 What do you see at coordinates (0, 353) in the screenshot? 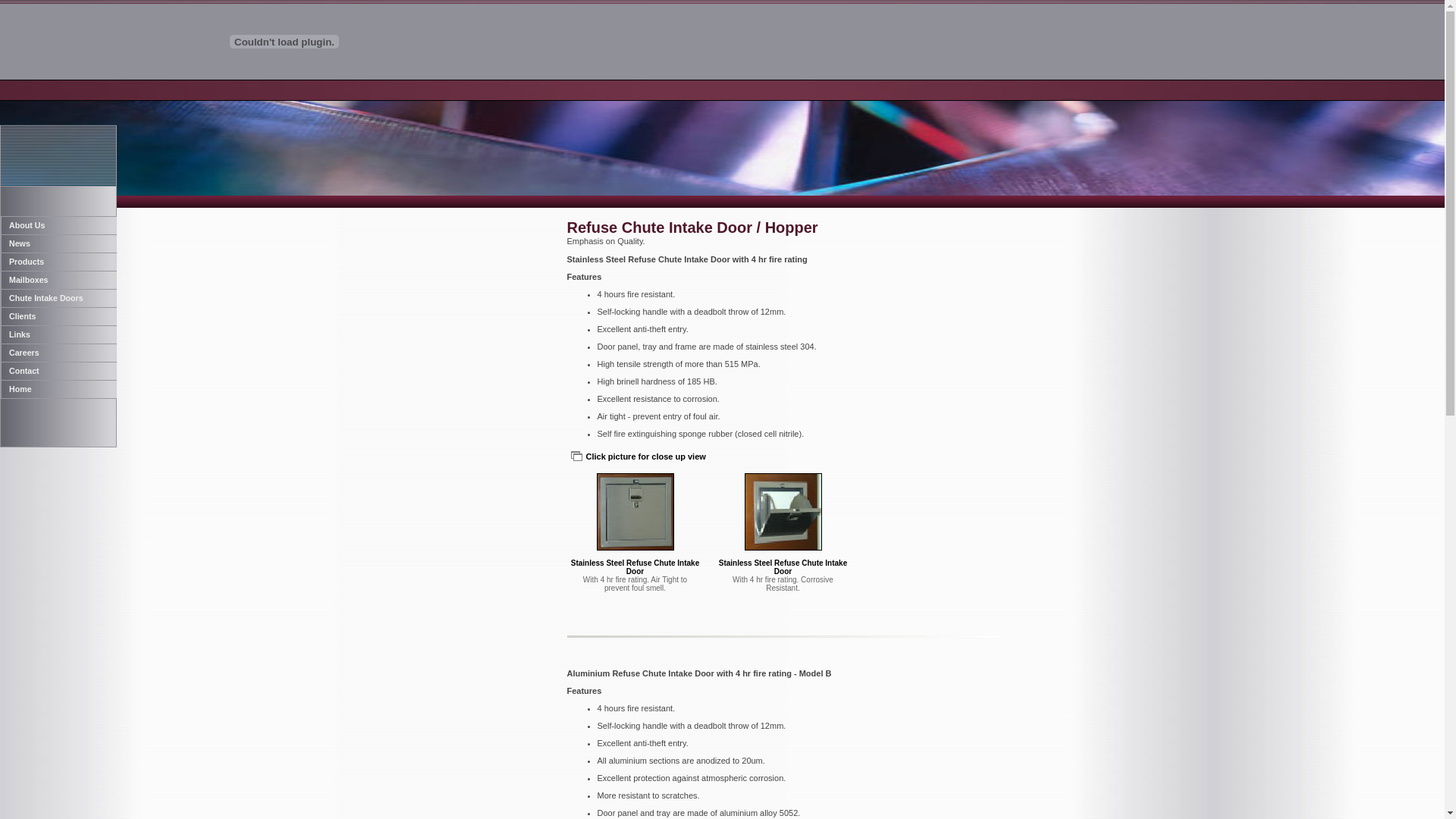
I see `'Careers'` at bounding box center [0, 353].